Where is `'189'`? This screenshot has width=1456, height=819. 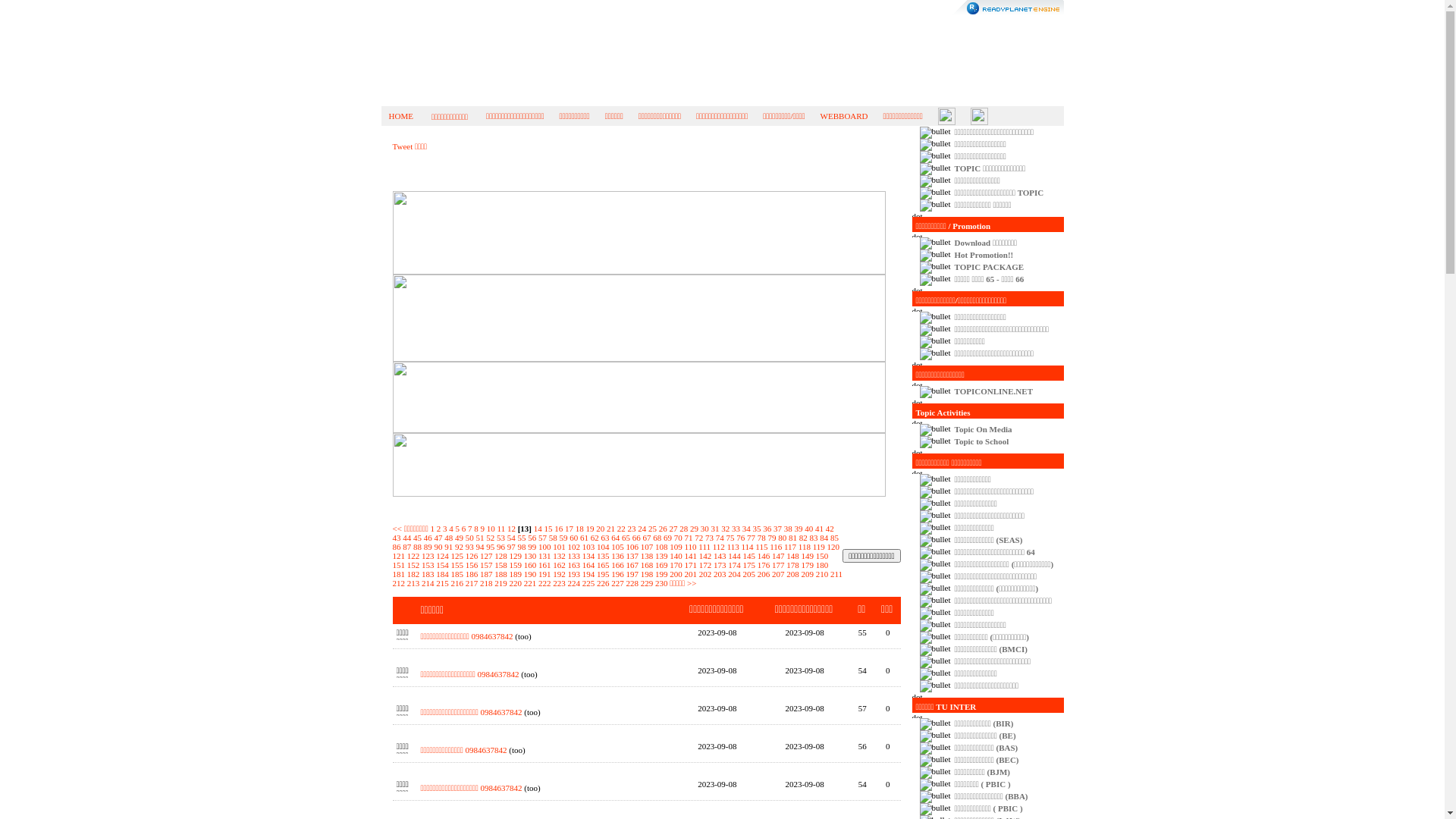
'189' is located at coordinates (516, 573).